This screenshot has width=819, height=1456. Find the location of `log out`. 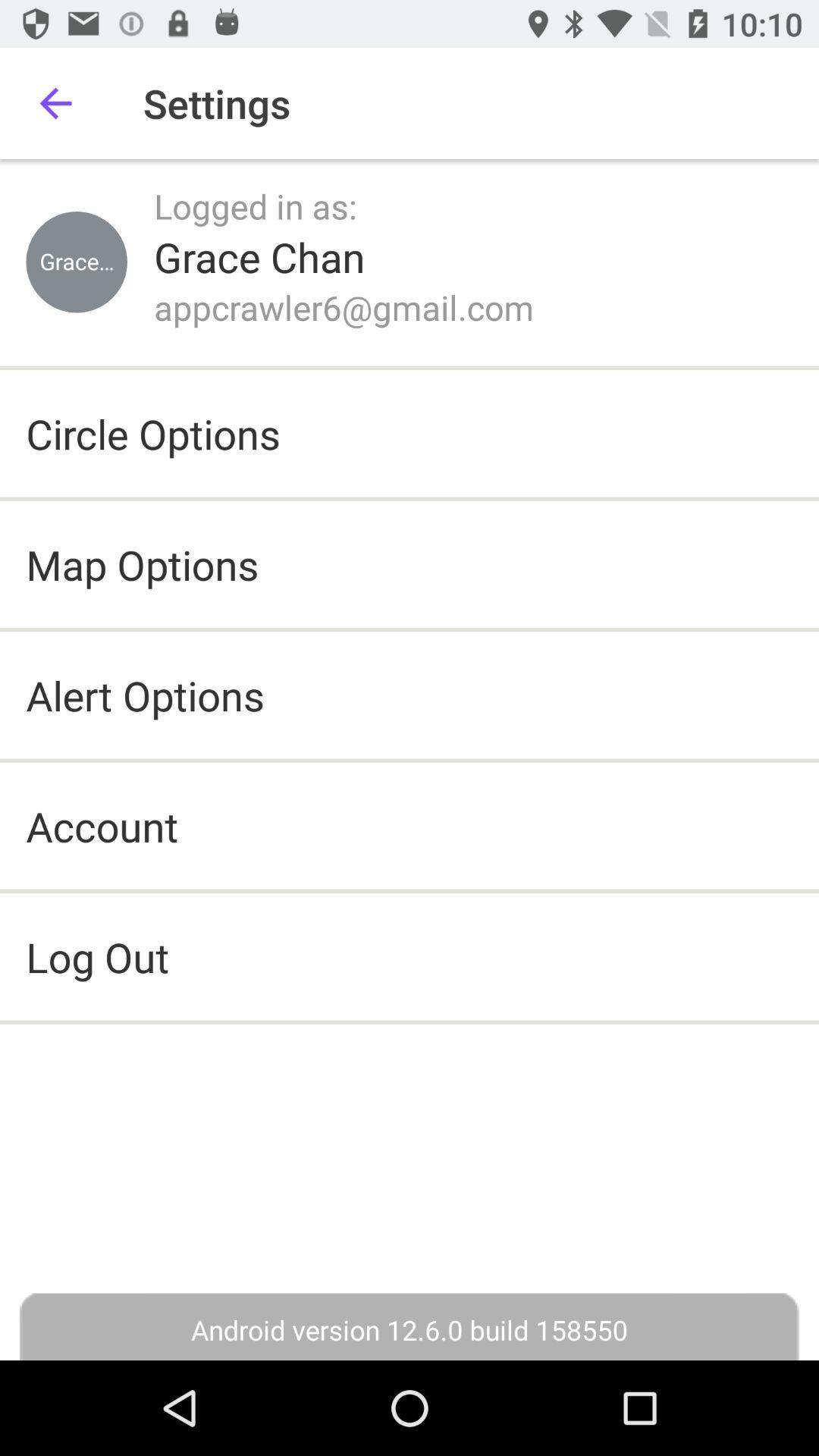

log out is located at coordinates (409, 955).